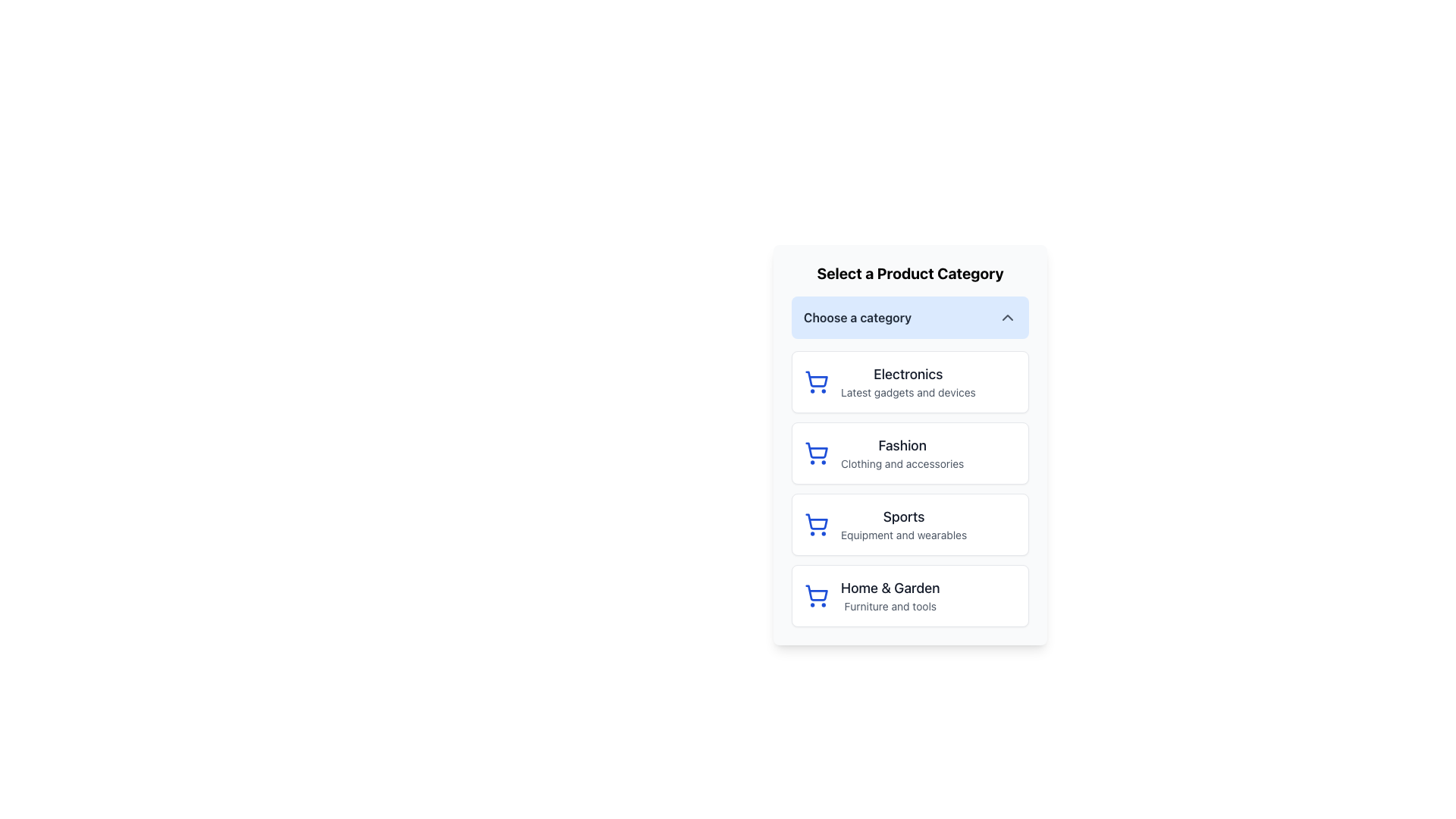 The width and height of the screenshot is (1456, 819). What do you see at coordinates (904, 516) in the screenshot?
I see `the 'Sports' category label, which is the third item in a vertical list of categories, positioned between 'Fashion' and 'Home & Garden'` at bounding box center [904, 516].